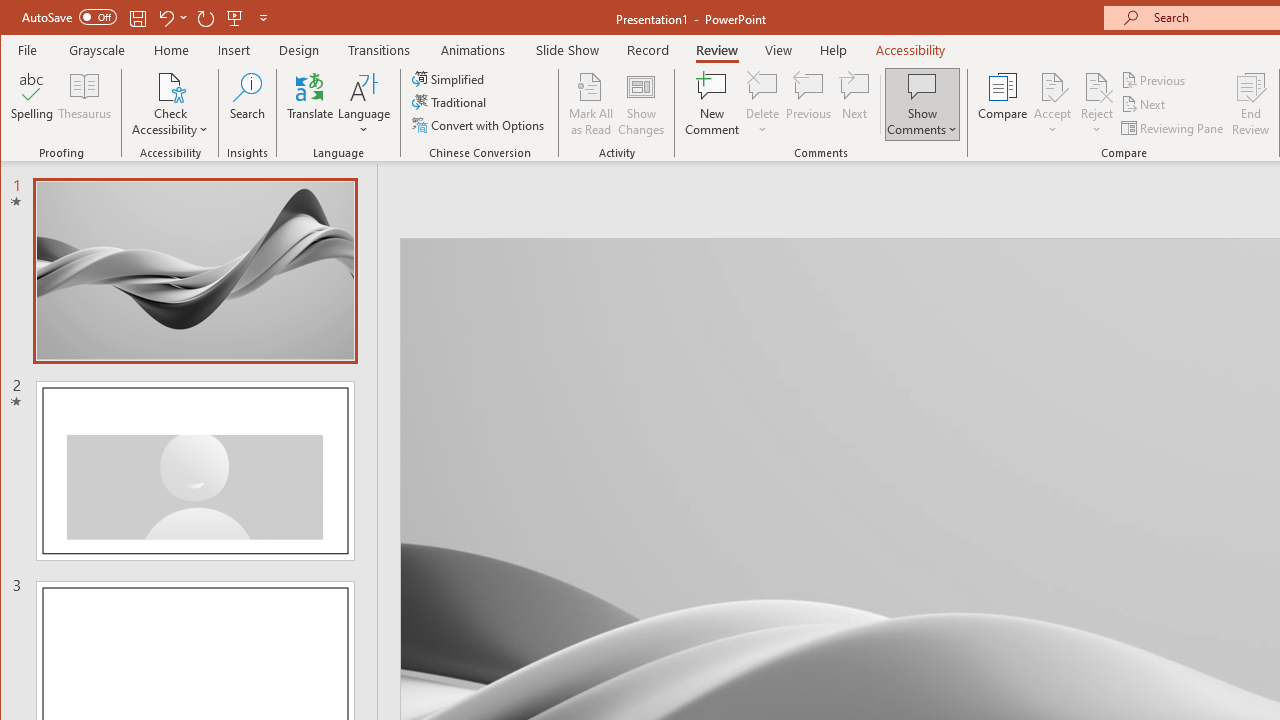  I want to click on 'Show Comments', so click(921, 85).